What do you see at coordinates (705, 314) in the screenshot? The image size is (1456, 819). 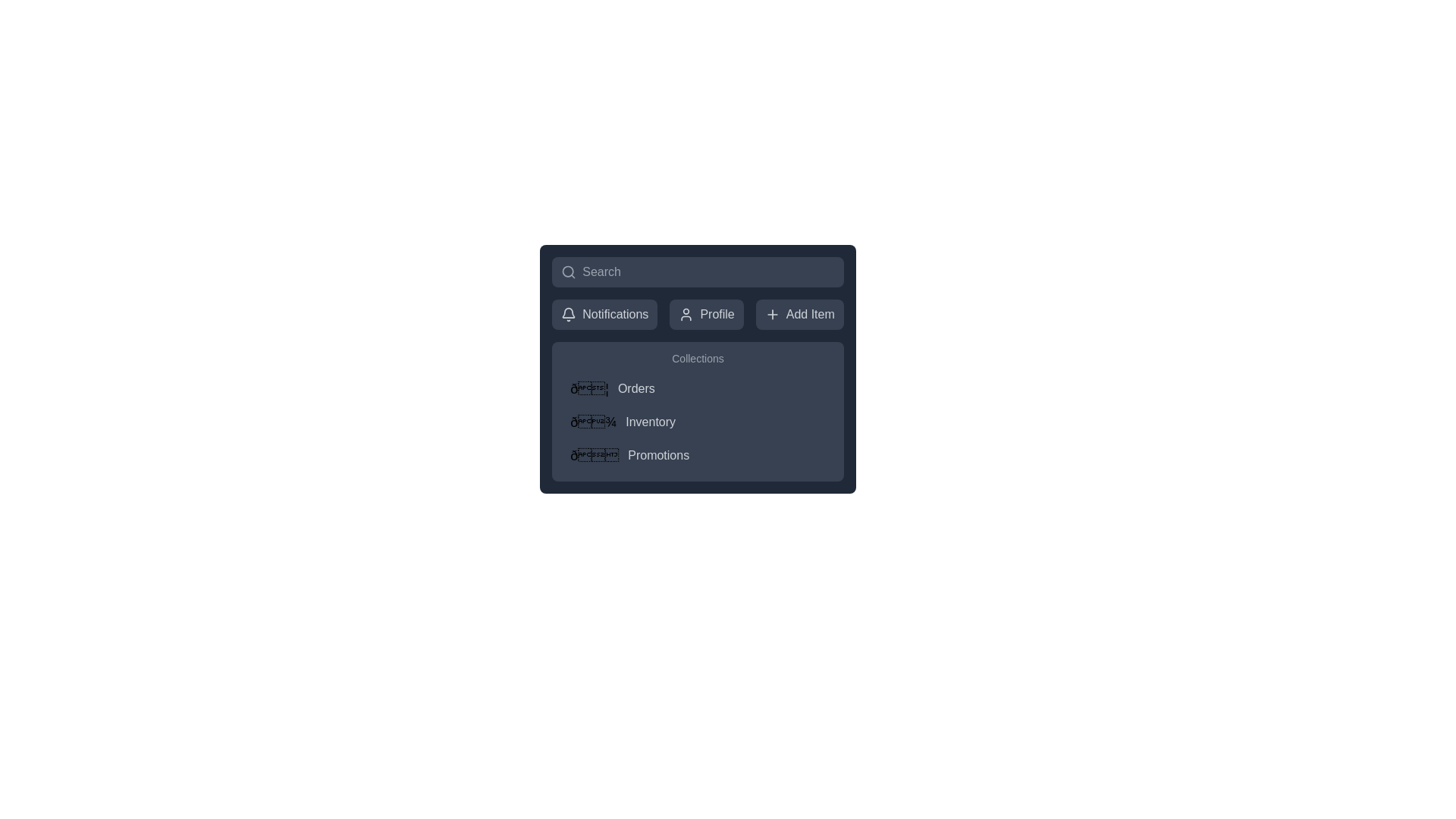 I see `the profile settings button located between the 'Notifications' button and the 'Add Item' button` at bounding box center [705, 314].